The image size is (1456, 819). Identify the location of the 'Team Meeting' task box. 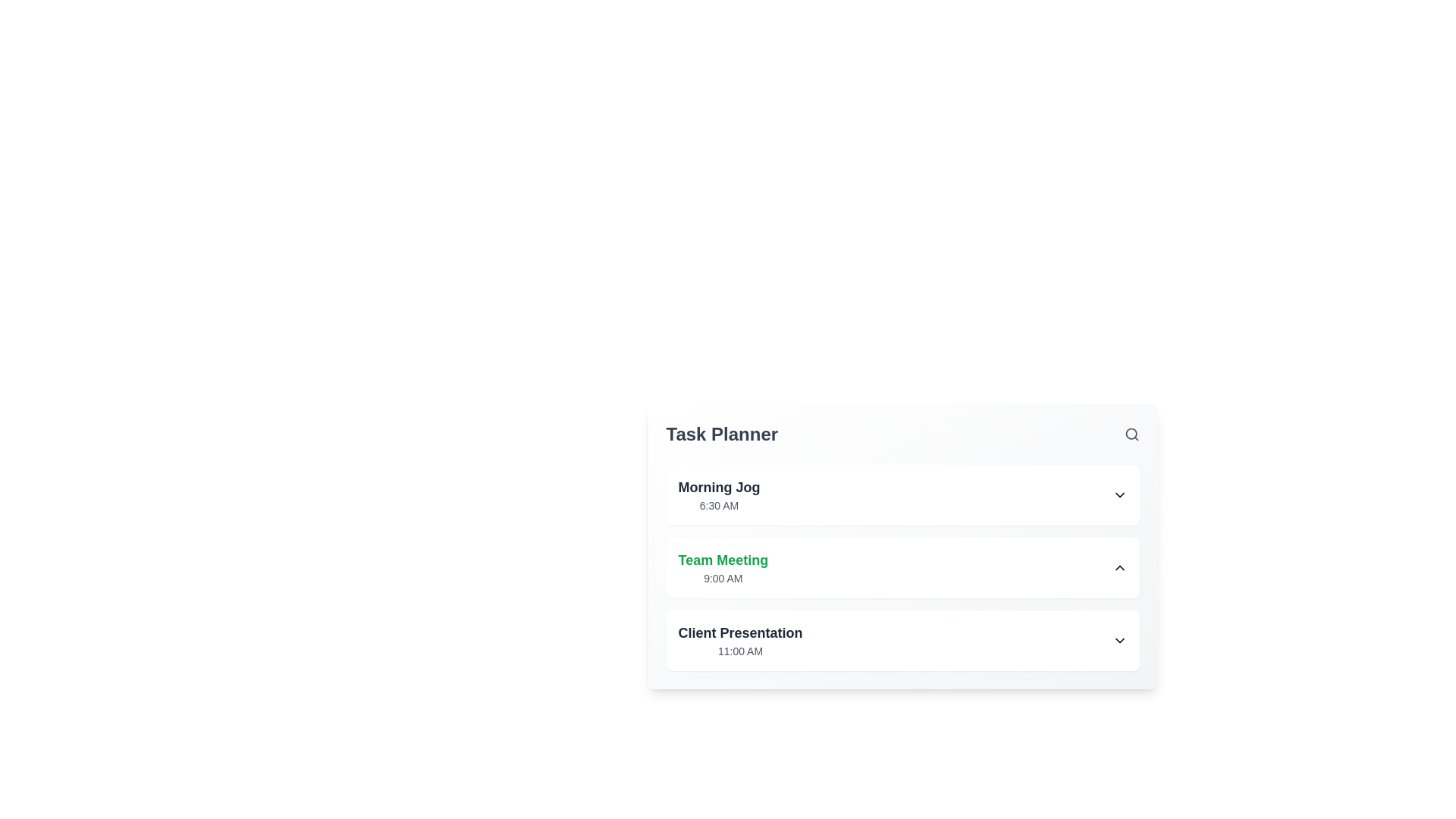
(902, 547).